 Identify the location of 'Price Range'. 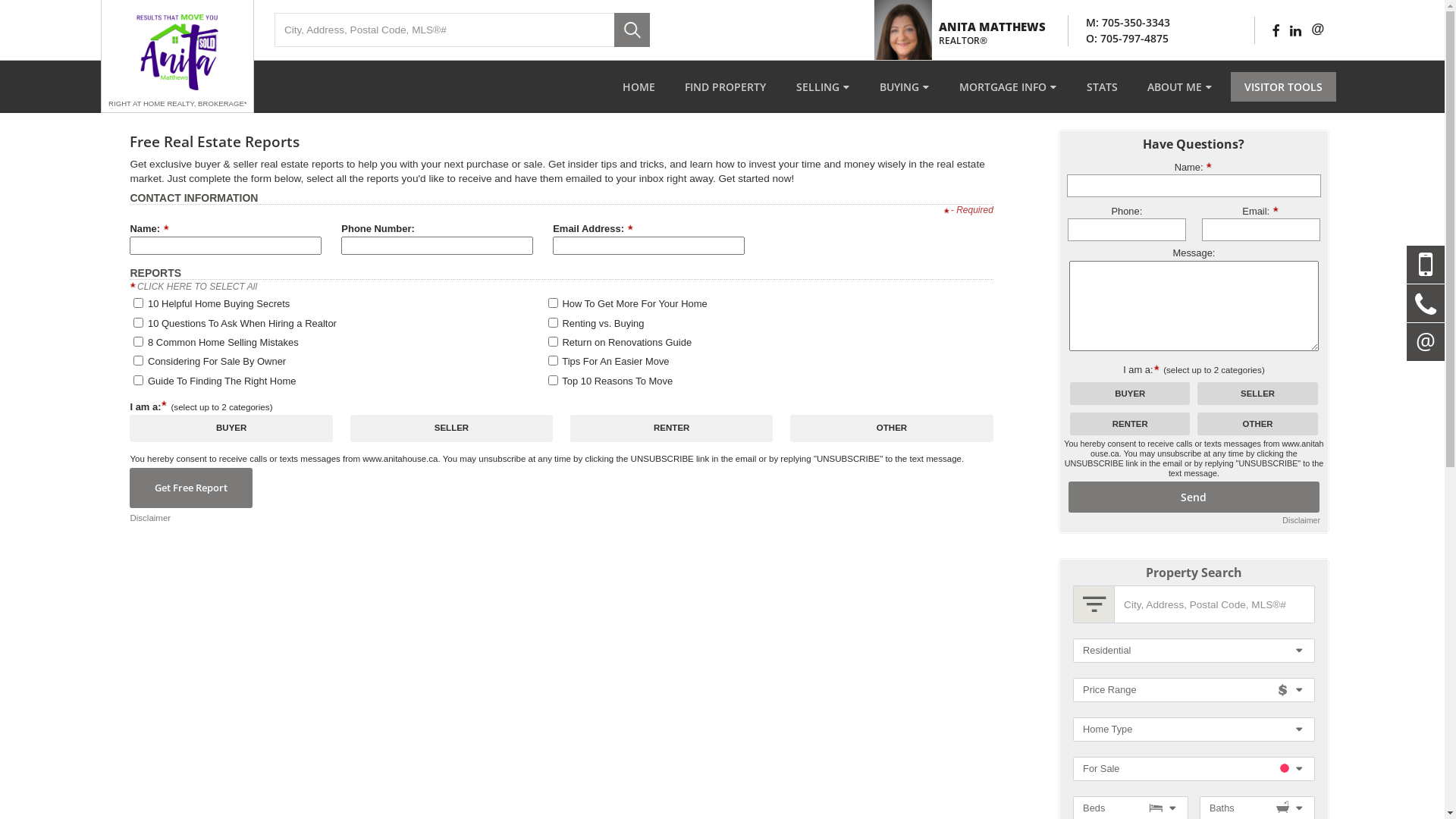
(1193, 690).